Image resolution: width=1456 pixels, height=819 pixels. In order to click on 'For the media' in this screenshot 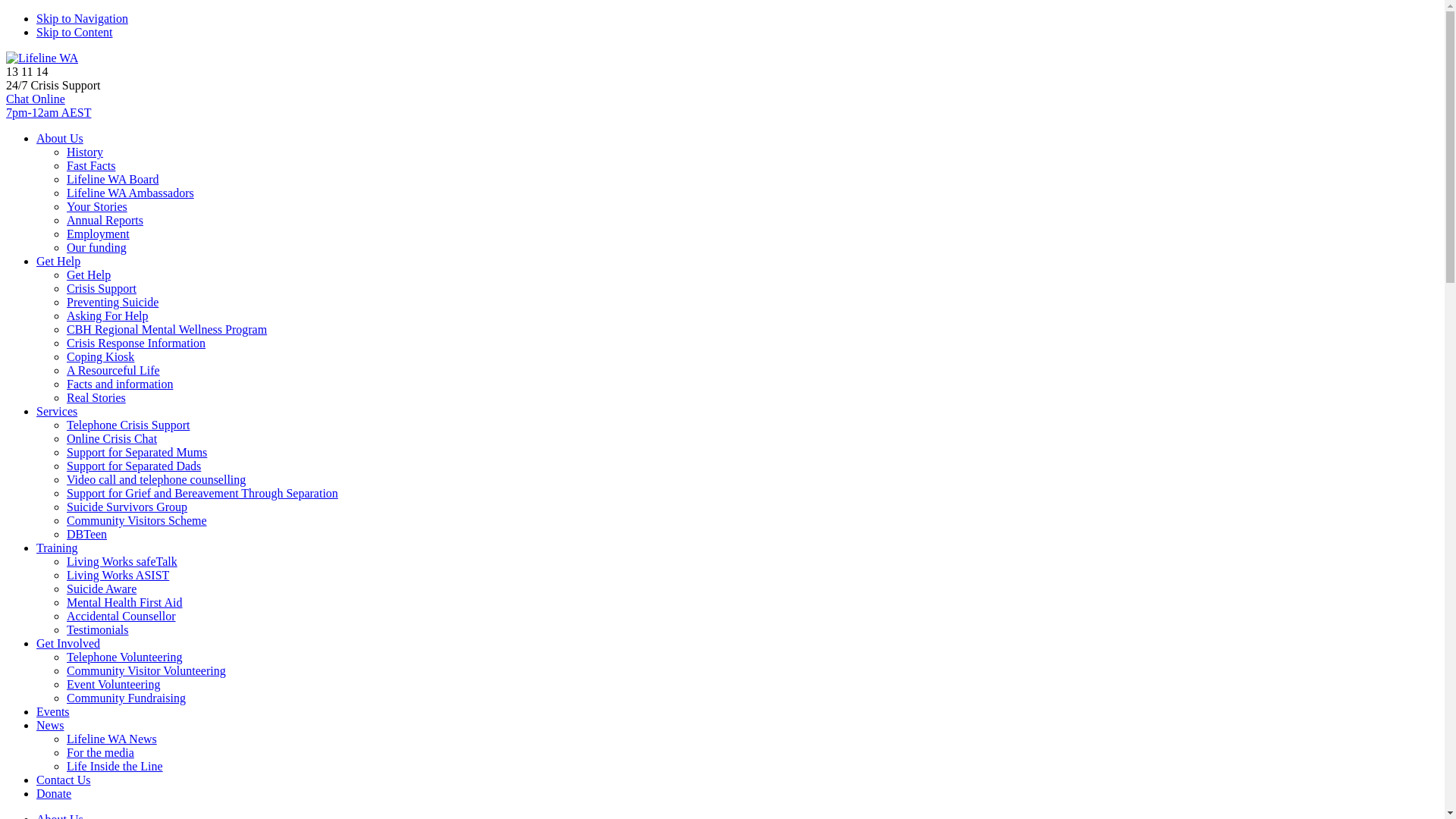, I will do `click(99, 752)`.